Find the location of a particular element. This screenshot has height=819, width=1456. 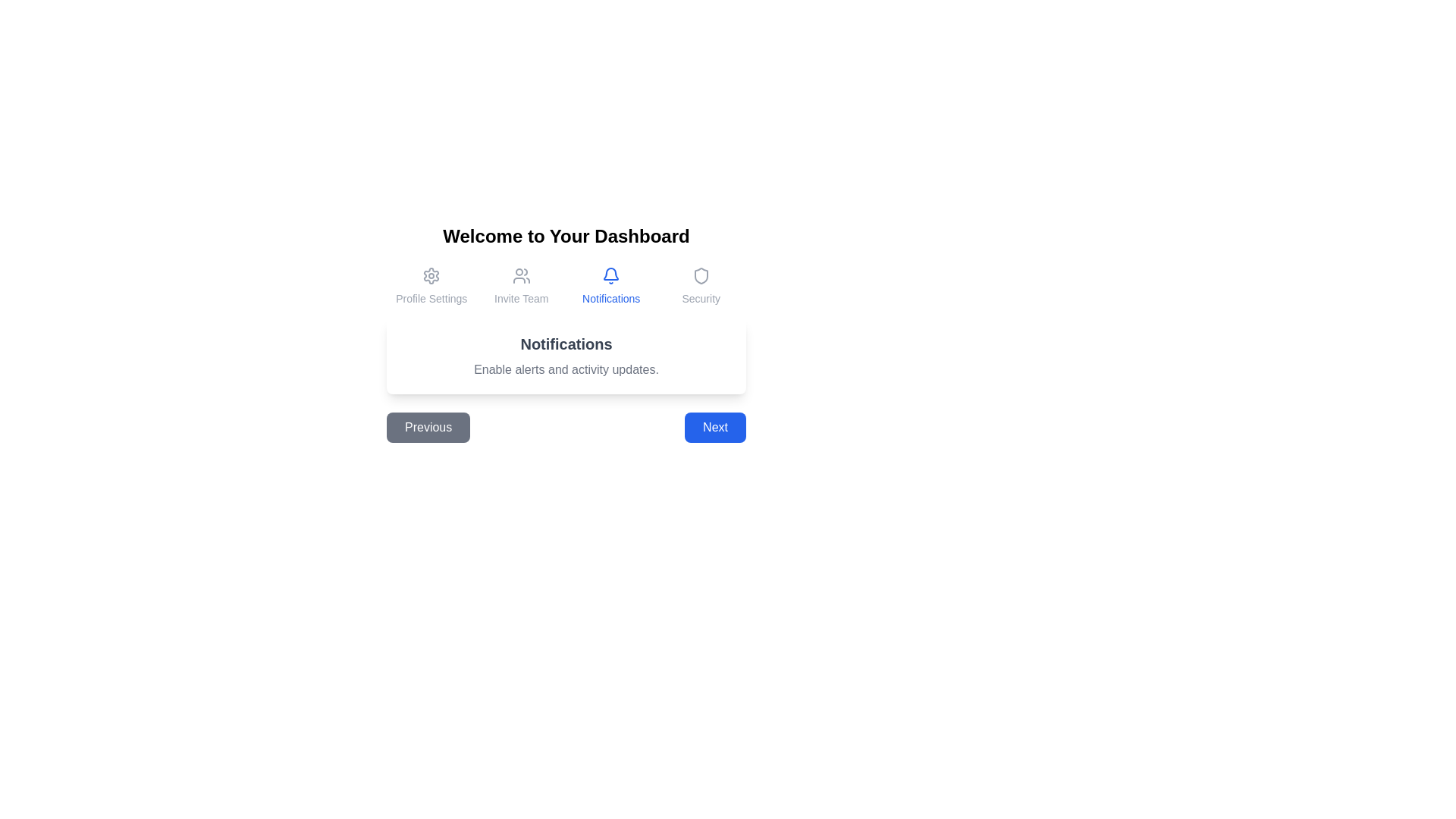

the text label that indicates the function associated with the settings icon located above it, which is the first item in a horizontal group of text-and-icon pairs is located at coordinates (431, 298).